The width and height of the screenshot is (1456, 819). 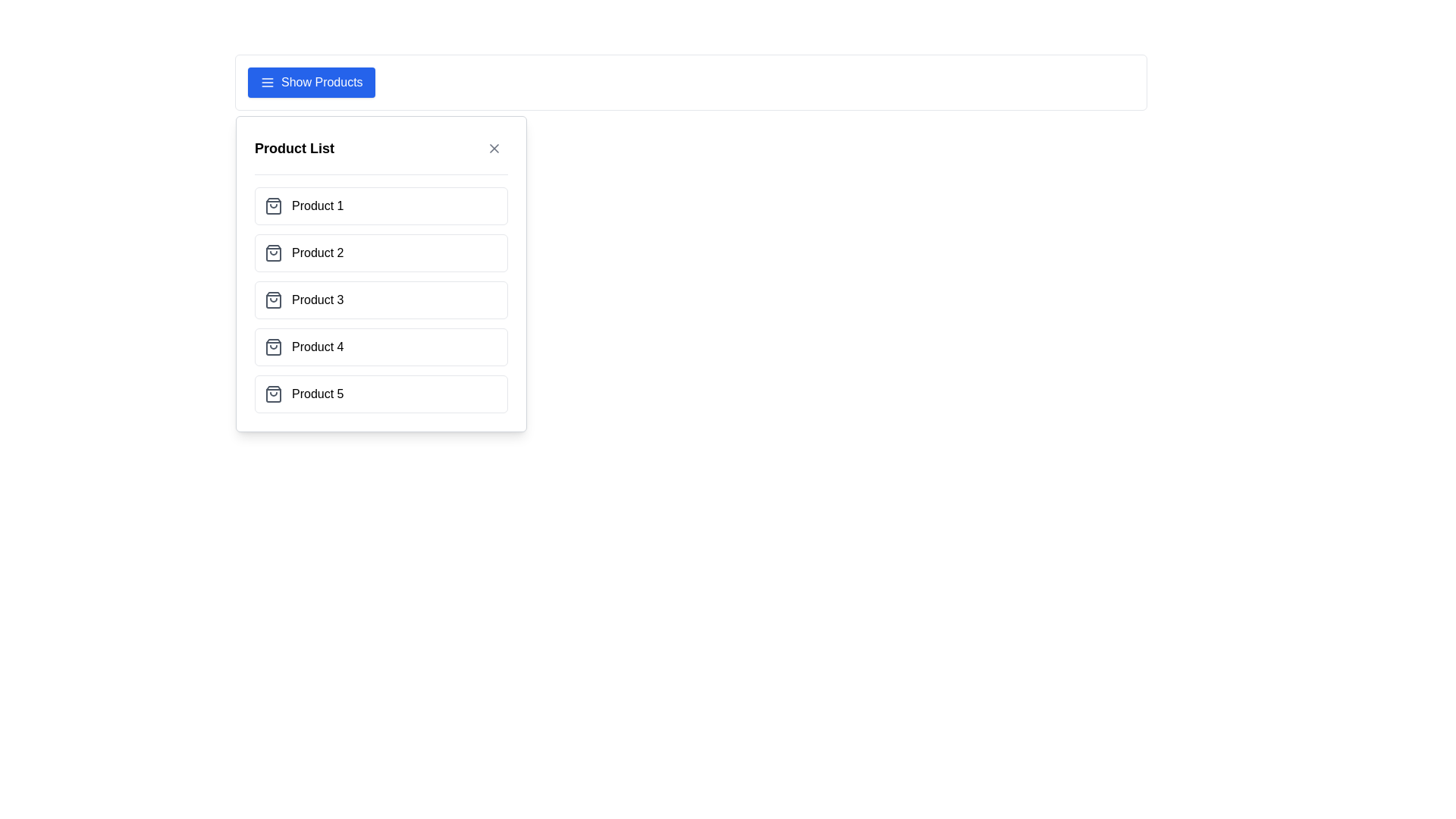 I want to click on the representation of the vector graphical icon for 'Product 1', which is located in the first row of the 'Product List' section, to the left of its text label, so click(x=273, y=206).